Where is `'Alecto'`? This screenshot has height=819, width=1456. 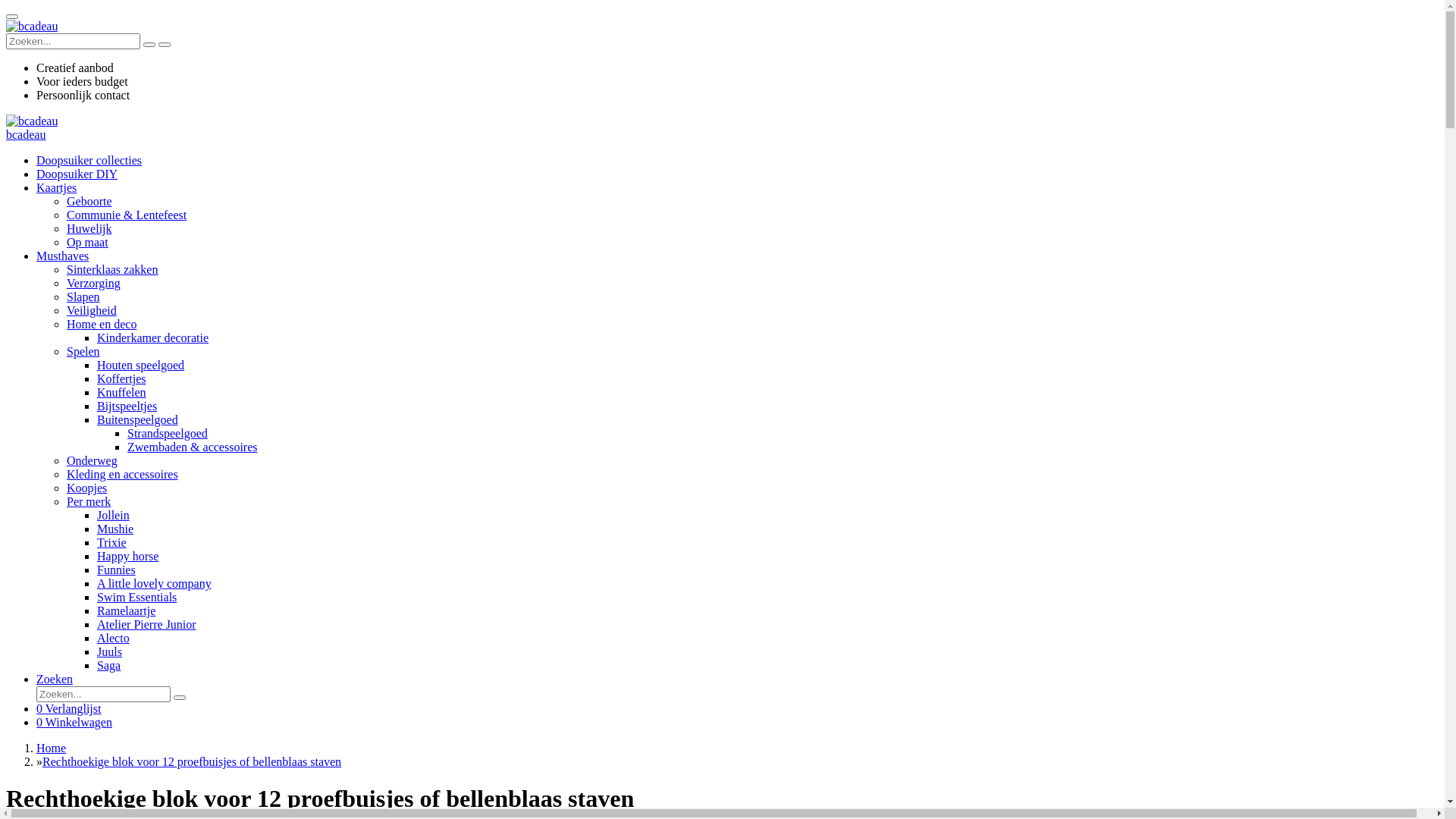
'Alecto' is located at coordinates (112, 638).